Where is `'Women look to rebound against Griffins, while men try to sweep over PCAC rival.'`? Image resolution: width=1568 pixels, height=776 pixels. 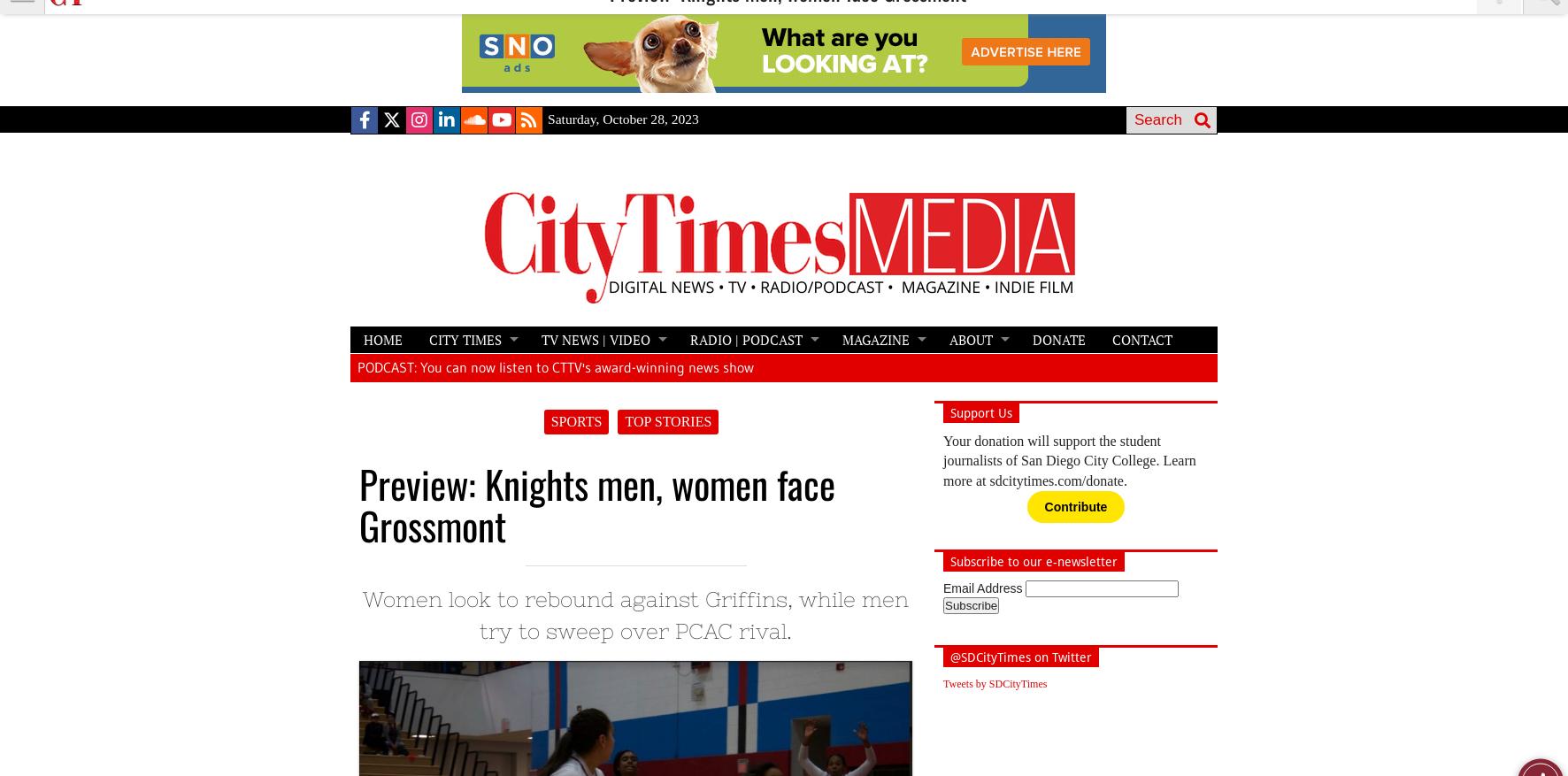
'Women look to rebound against Griffins, while men try to sweep over PCAC rival.' is located at coordinates (634, 614).